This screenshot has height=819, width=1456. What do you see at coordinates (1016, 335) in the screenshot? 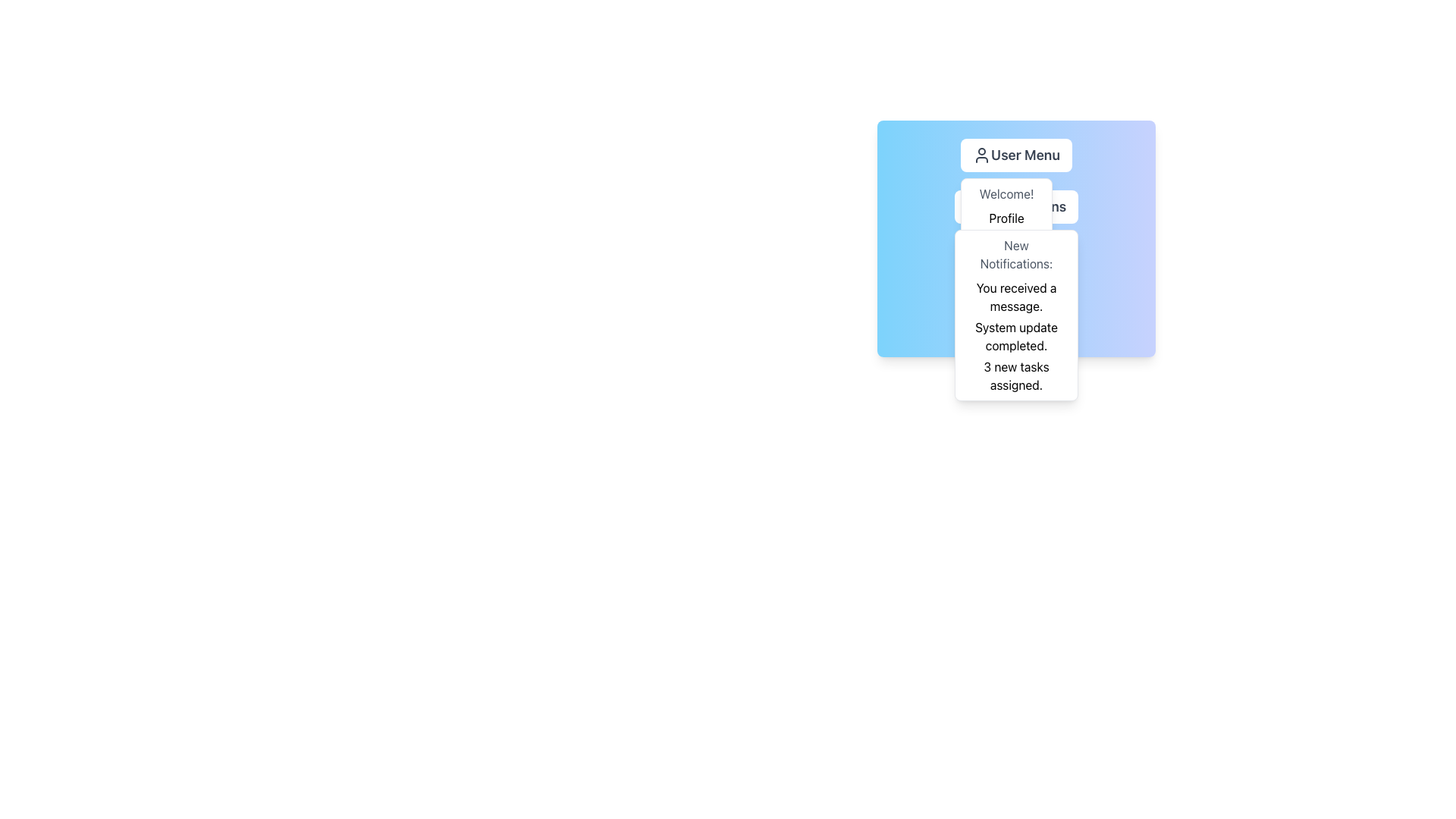
I see `the second static notification message indicating the completion of a system update, positioned between two other notifications in the dropdown menu` at bounding box center [1016, 335].